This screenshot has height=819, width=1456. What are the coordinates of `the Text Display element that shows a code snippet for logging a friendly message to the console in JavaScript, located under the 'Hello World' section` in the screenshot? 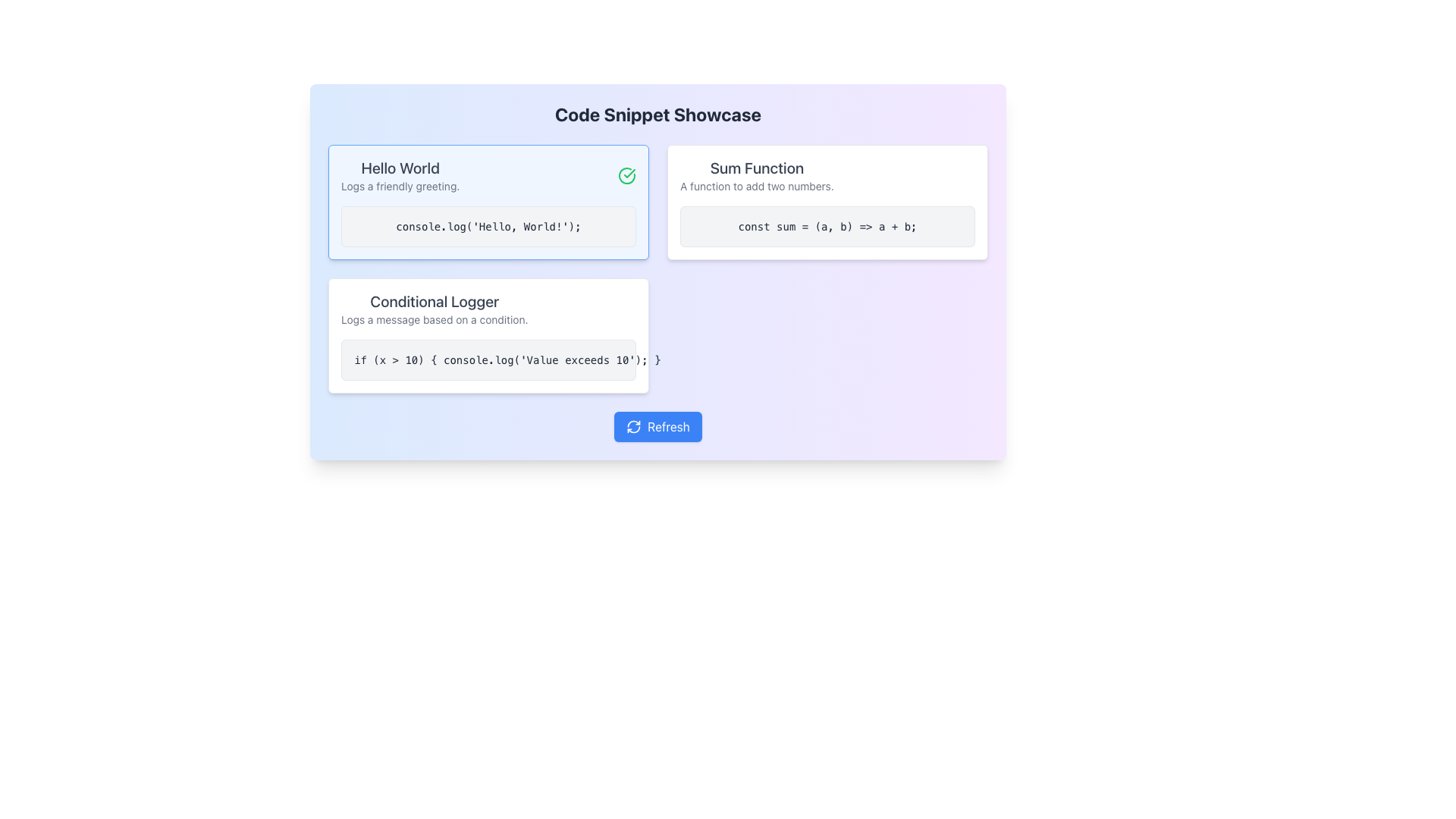 It's located at (488, 227).